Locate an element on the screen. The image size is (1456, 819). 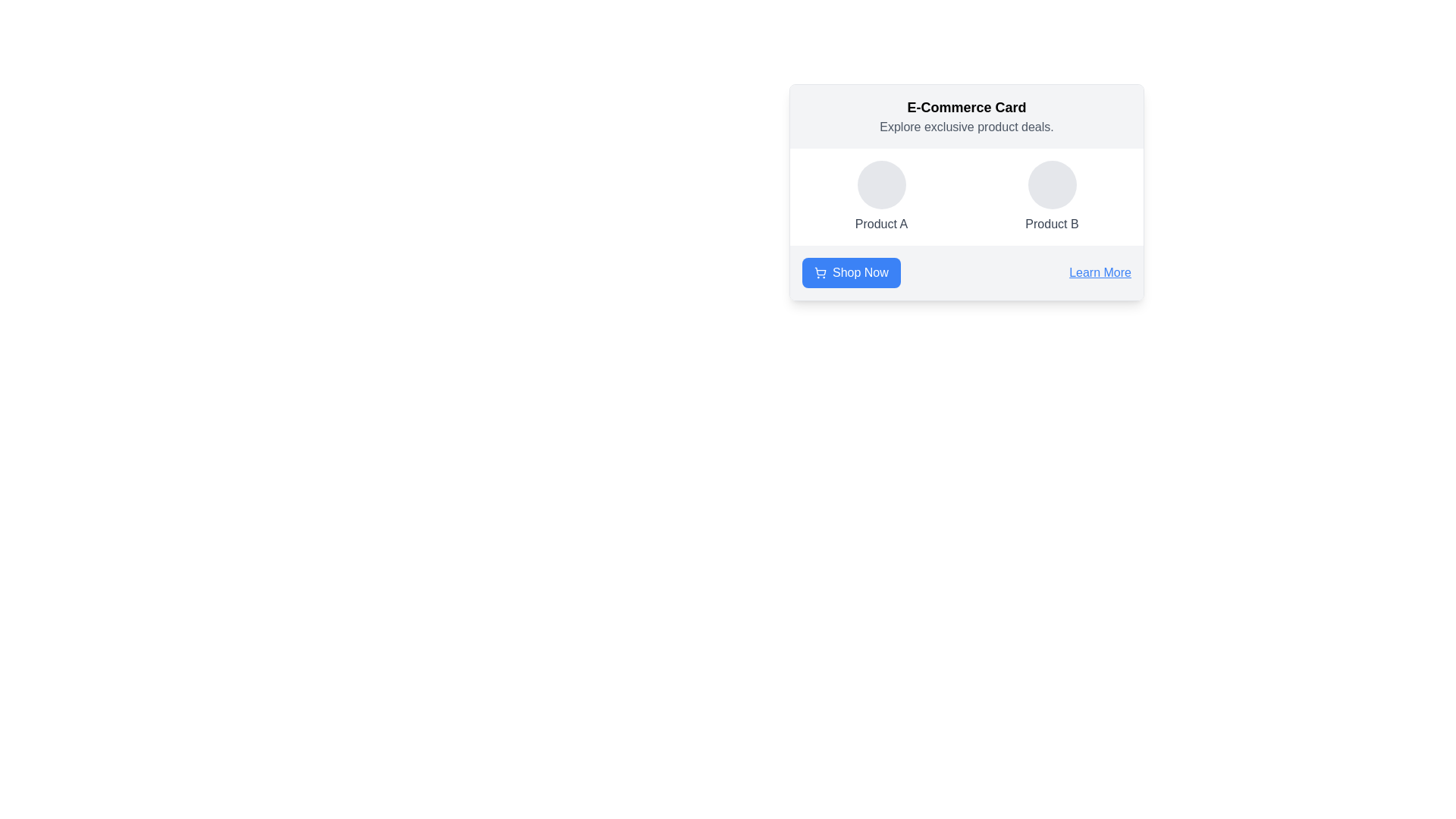
the distinct 'Learn More' hyperlink text located in the lower-right corner of the e-commerce card under the 'Product B' section is located at coordinates (1100, 271).